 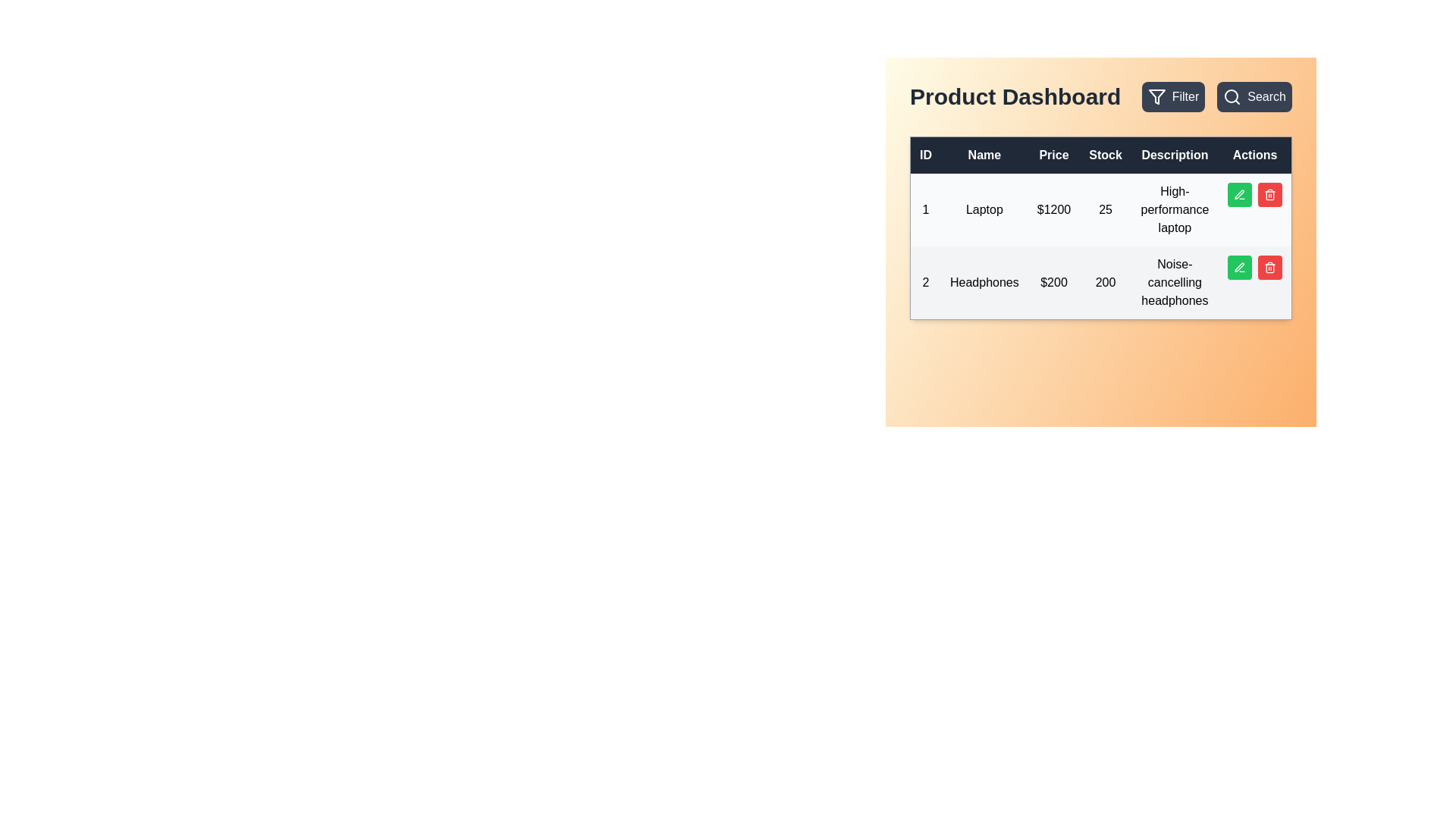 I want to click on the edit Icon button in the Actions column of the table for the Laptop entry, so click(x=1240, y=194).